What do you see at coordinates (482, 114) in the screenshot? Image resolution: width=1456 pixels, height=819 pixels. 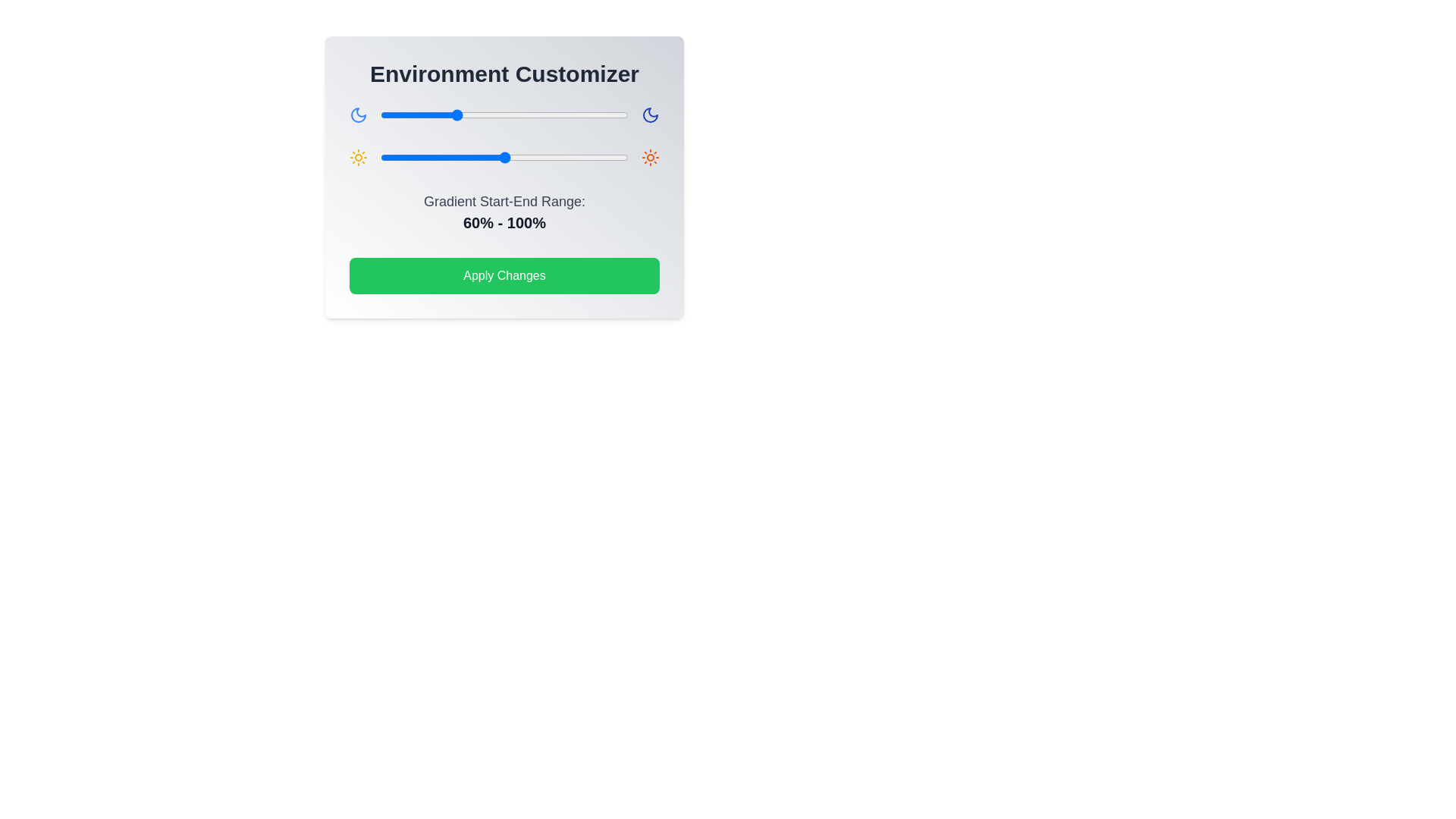 I see `the gradient slider 0 to 83` at bounding box center [482, 114].